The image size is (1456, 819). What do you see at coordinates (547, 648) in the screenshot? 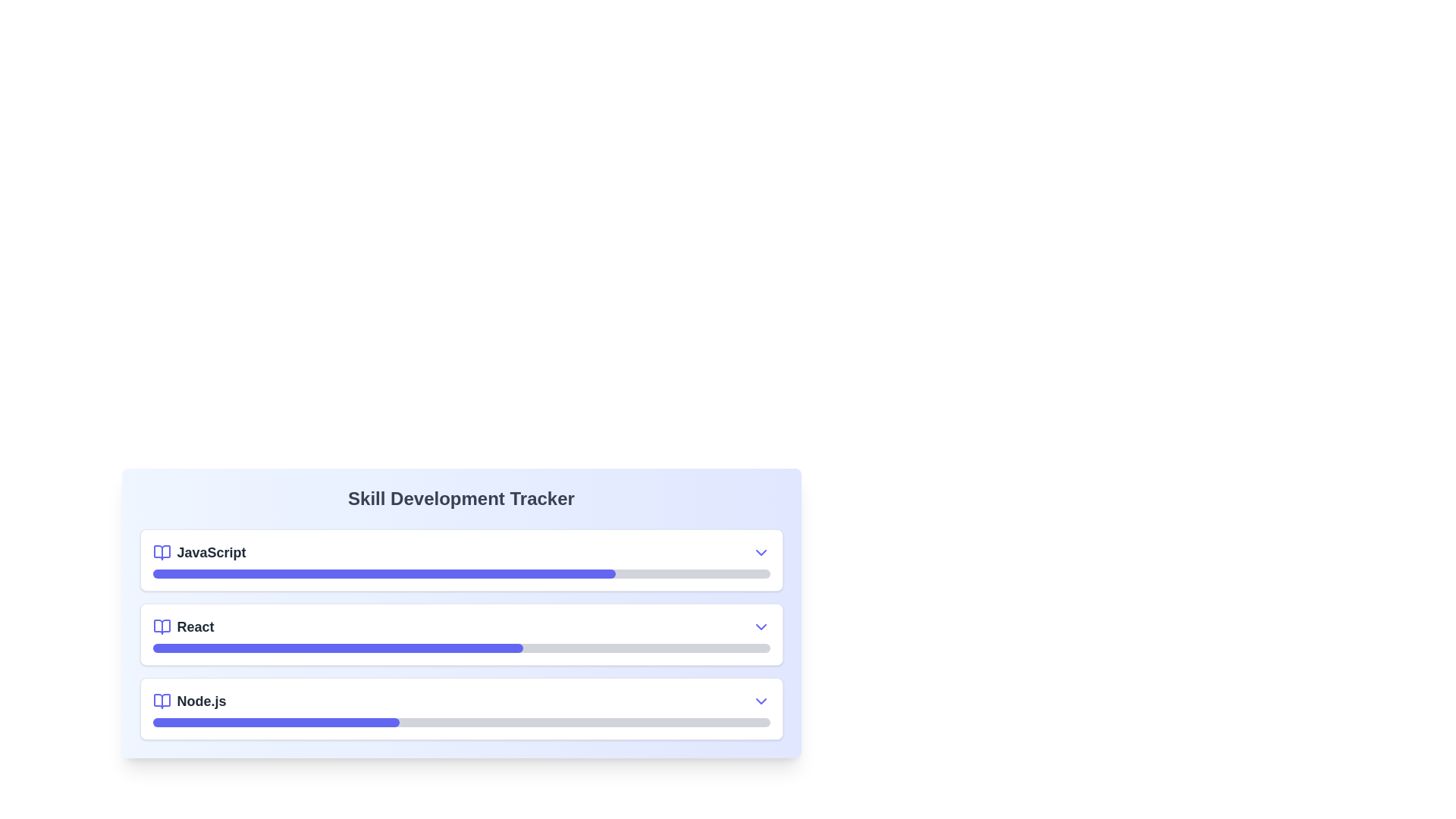
I see `the progress of the bar` at bounding box center [547, 648].